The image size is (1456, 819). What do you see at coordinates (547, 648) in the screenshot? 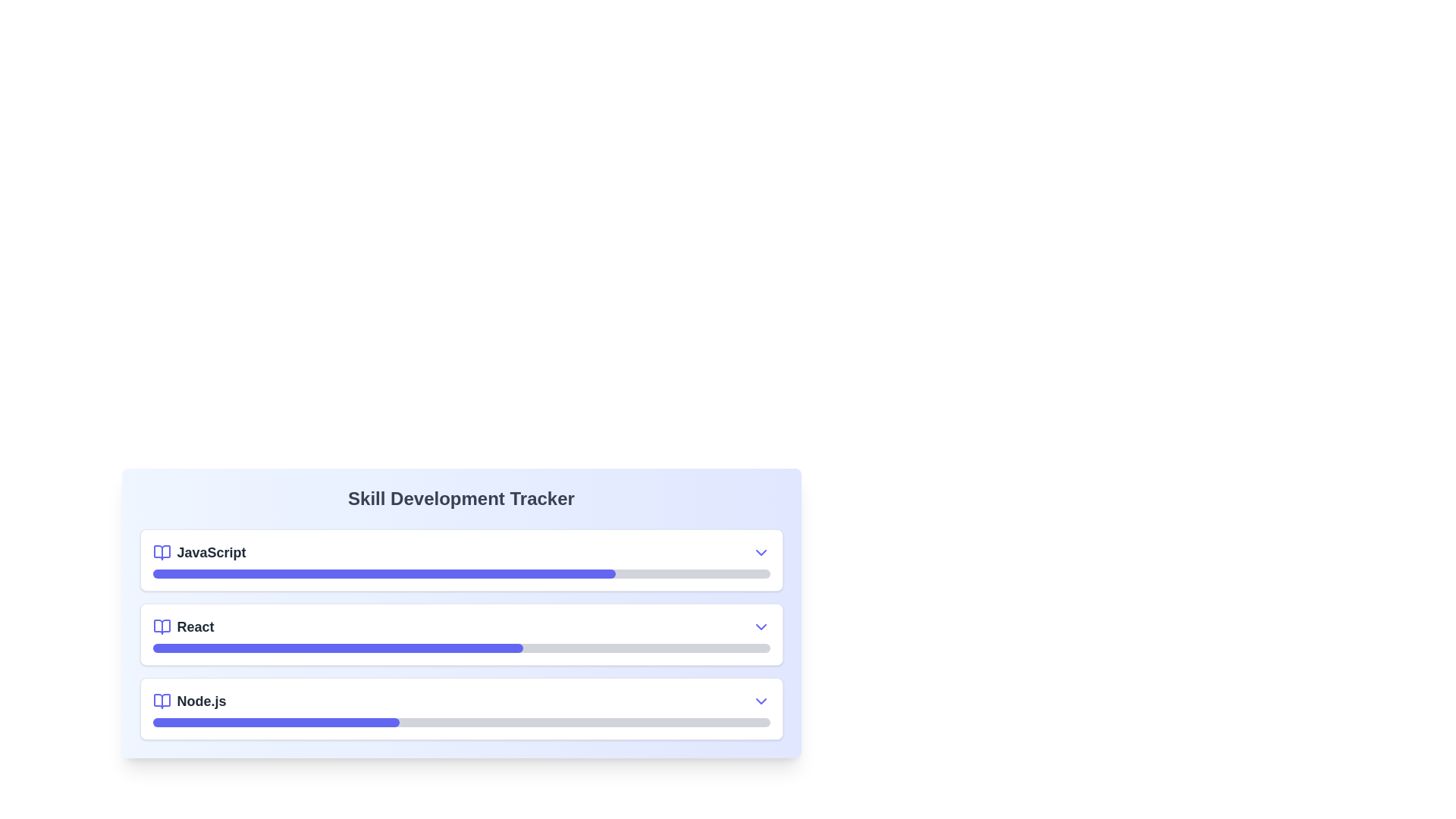
I see `the progress of the bar` at bounding box center [547, 648].